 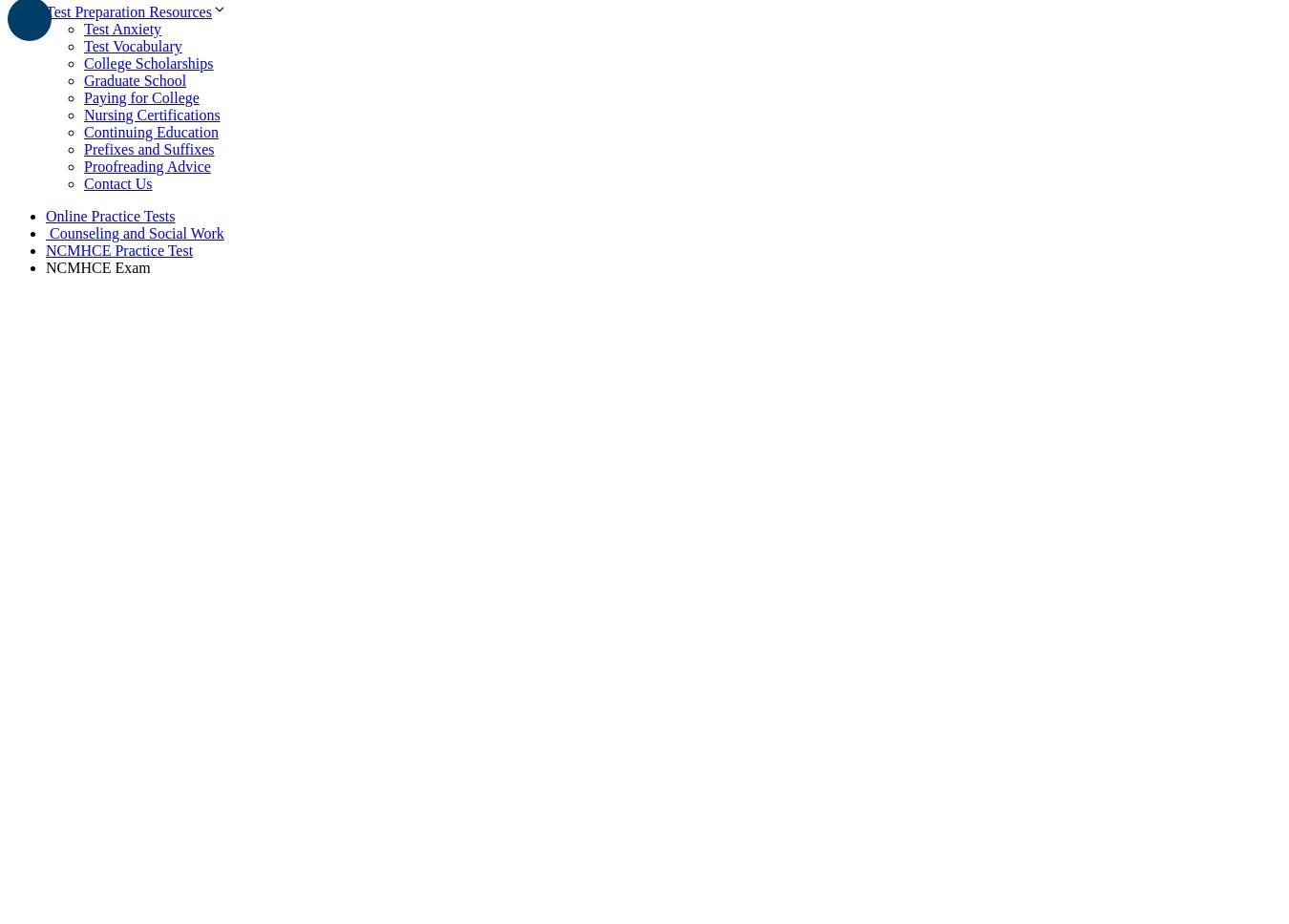 What do you see at coordinates (83, 147) in the screenshot?
I see `'Prefixes and Suffixes'` at bounding box center [83, 147].